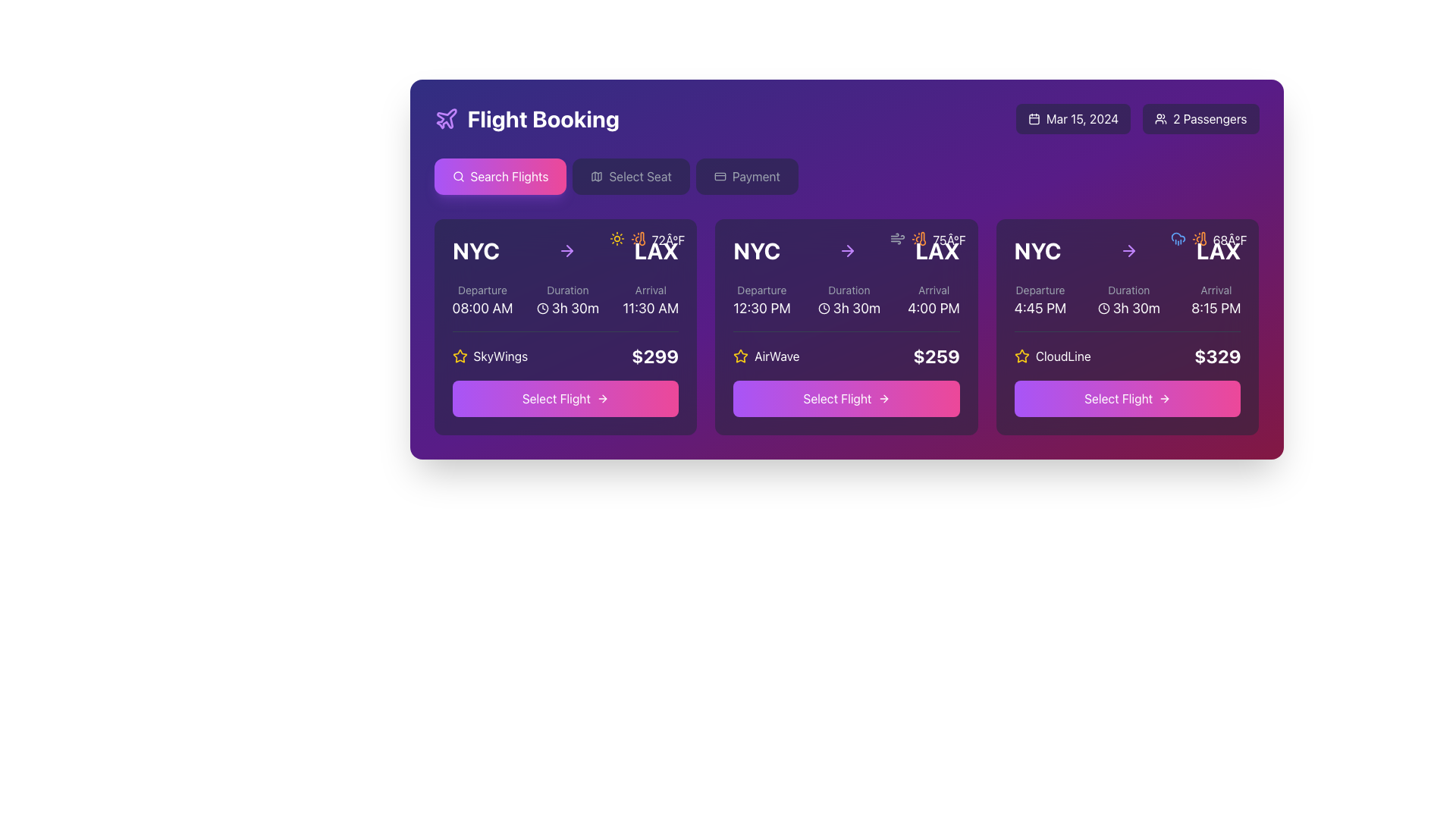  What do you see at coordinates (564, 301) in the screenshot?
I see `information displayed in the text display group (information panel) that shows details about the departure time, travel duration, and arrival time for the selected flight option, located centrally below the 'NYC to LAX' route heading` at bounding box center [564, 301].